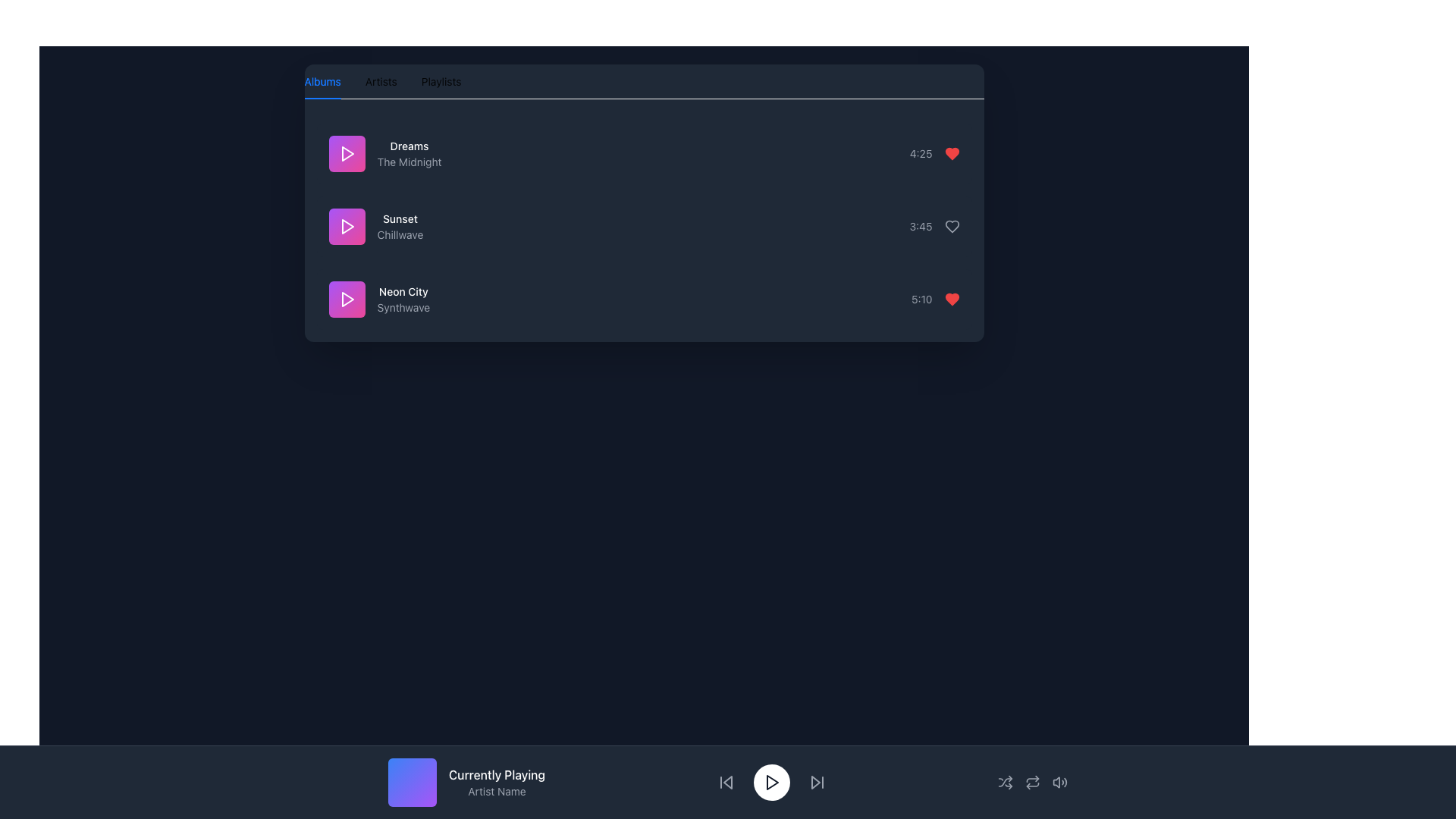 The image size is (1456, 819). What do you see at coordinates (497, 783) in the screenshot?
I see `the Text display component that shows the currently playing track's title and artist name, located centrally at the bottom of the media player interface` at bounding box center [497, 783].